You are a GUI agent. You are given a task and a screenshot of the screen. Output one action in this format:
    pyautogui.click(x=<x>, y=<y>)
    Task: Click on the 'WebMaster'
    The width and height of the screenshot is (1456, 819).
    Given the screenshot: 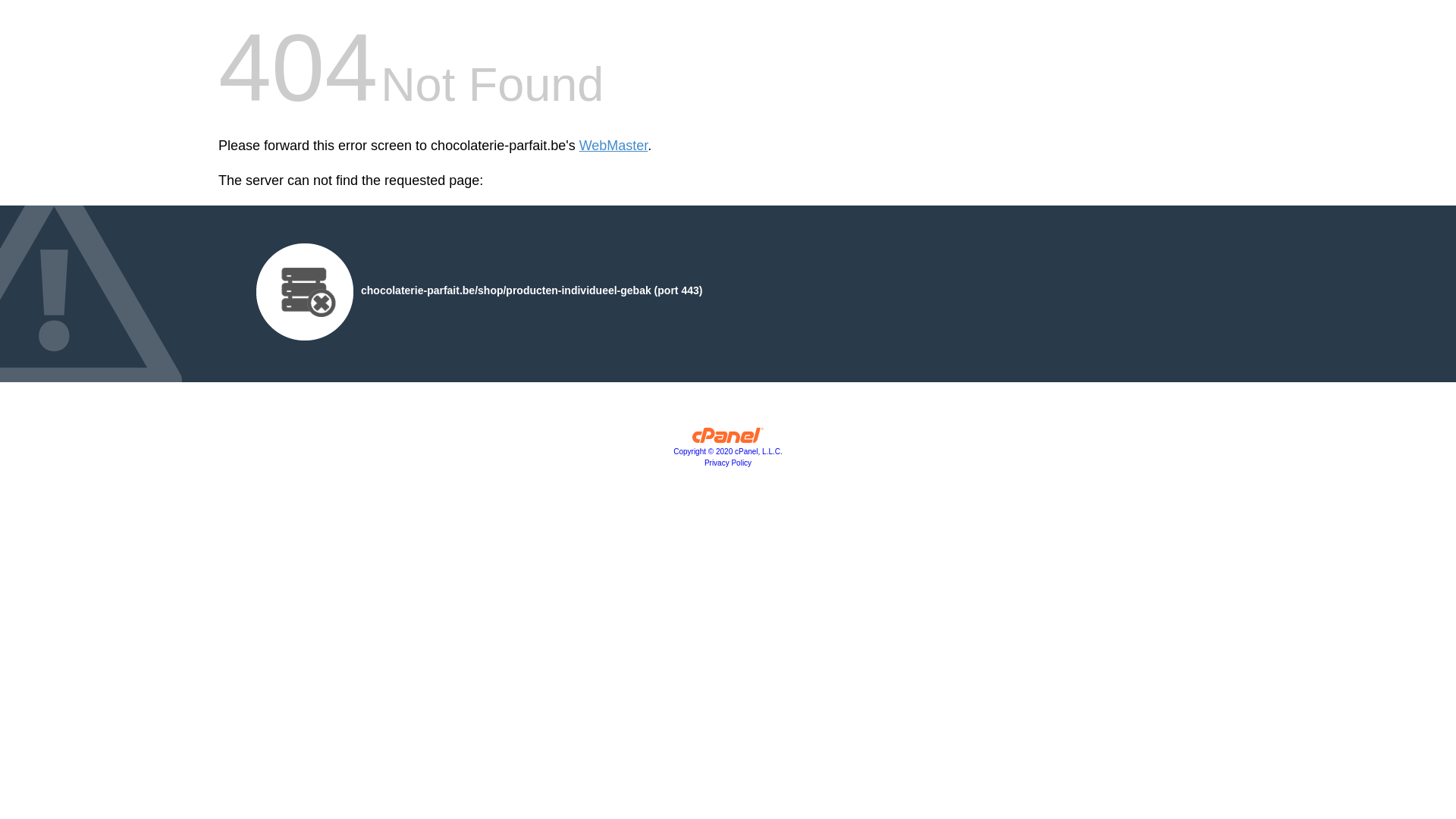 What is the action you would take?
    pyautogui.click(x=578, y=146)
    